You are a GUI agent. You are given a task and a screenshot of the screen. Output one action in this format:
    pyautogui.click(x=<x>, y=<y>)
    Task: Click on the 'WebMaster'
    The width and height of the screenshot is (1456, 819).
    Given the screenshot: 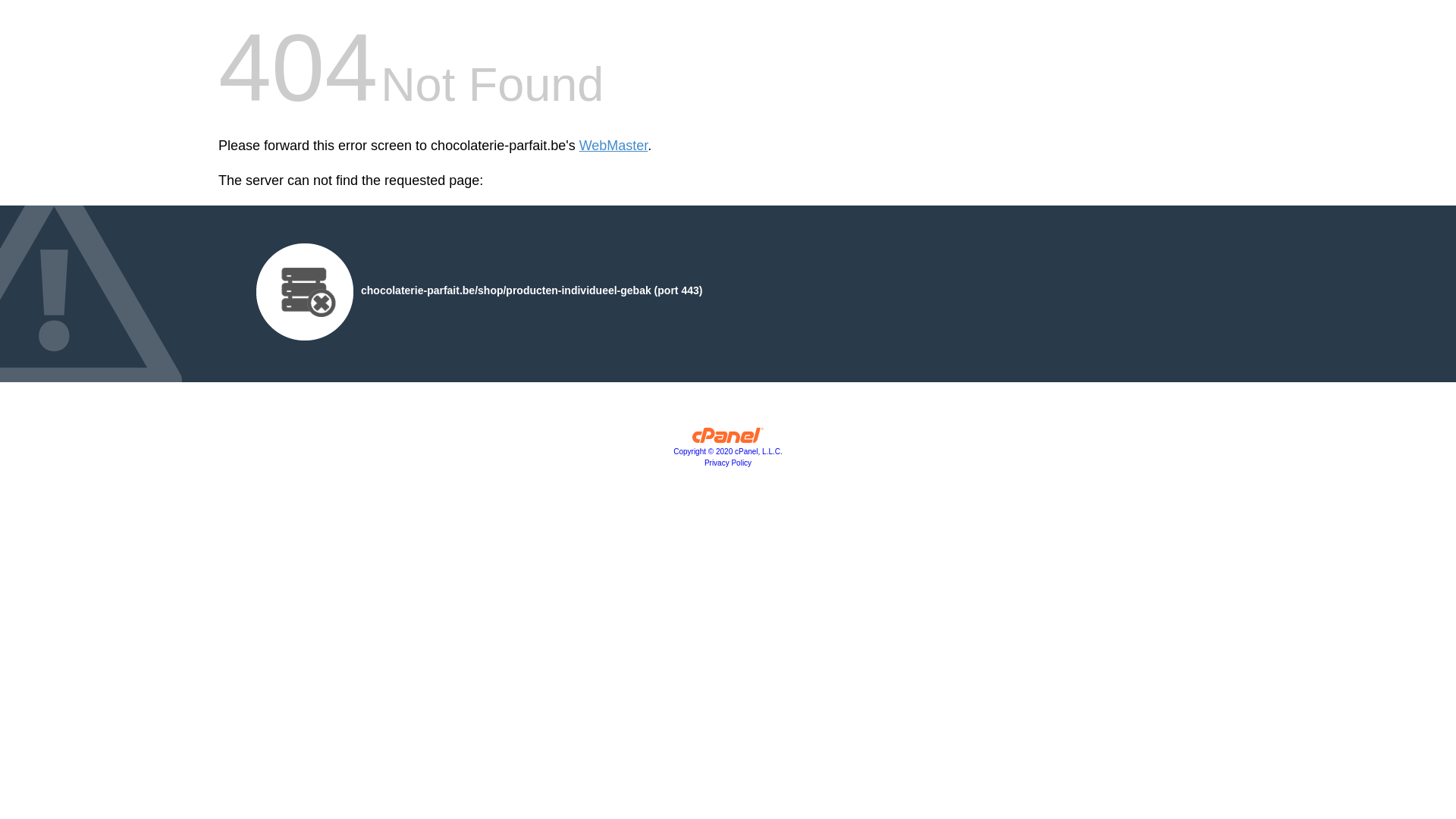 What is the action you would take?
    pyautogui.click(x=578, y=146)
    